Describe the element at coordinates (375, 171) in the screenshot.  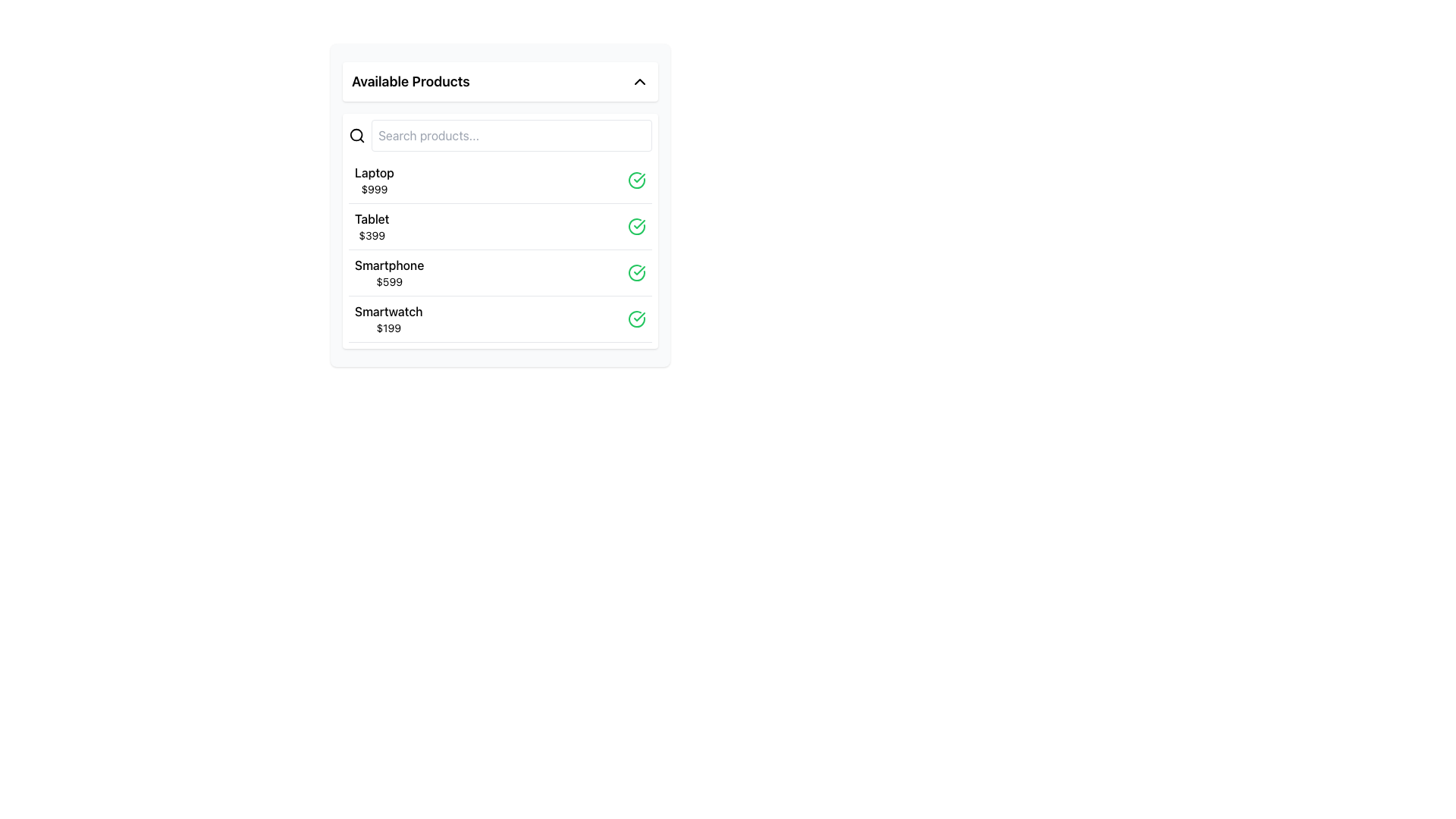
I see `the text label displaying the product name 'Laptop', which is the first item in a vertically arranged list of products, positioned directly above its related price '$999'` at that location.